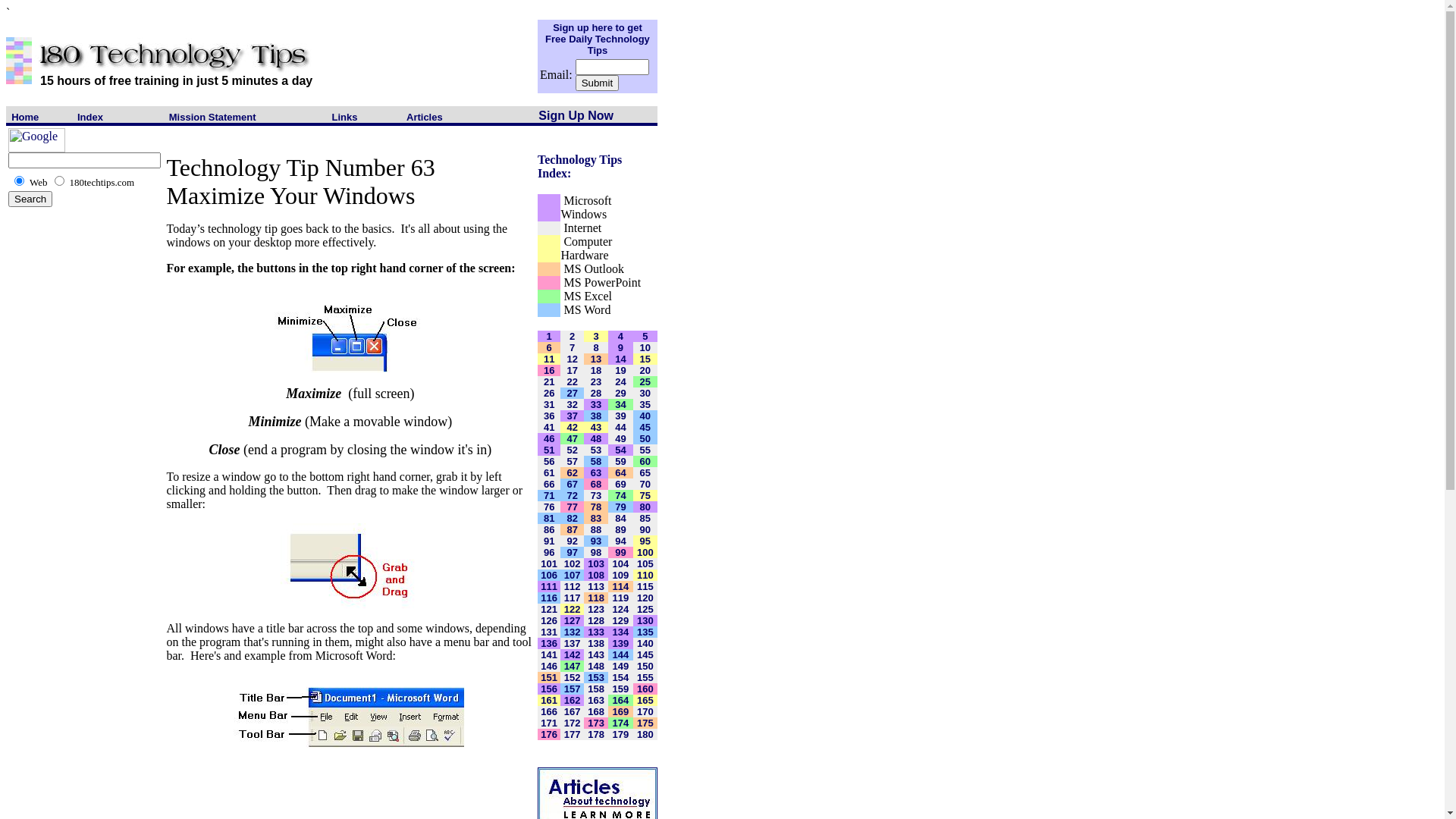 This screenshot has width=1456, height=819. What do you see at coordinates (548, 642) in the screenshot?
I see `'136'` at bounding box center [548, 642].